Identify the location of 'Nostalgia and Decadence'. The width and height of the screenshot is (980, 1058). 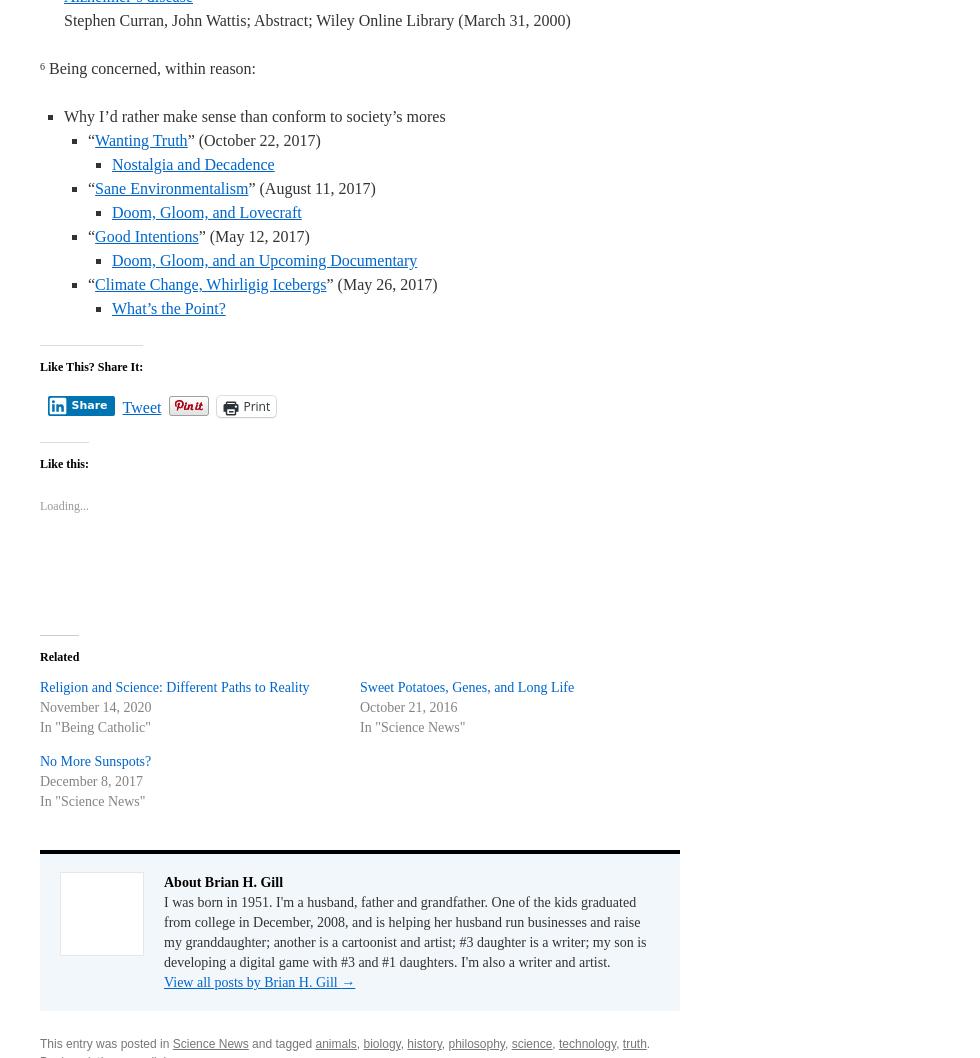
(192, 163).